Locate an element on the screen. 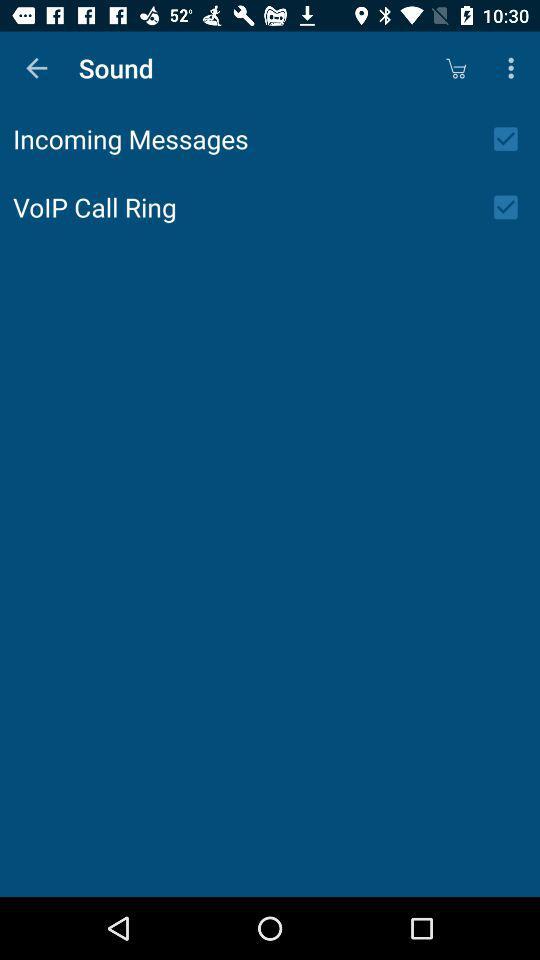 Image resolution: width=540 pixels, height=960 pixels. the app next to sound app is located at coordinates (455, 68).